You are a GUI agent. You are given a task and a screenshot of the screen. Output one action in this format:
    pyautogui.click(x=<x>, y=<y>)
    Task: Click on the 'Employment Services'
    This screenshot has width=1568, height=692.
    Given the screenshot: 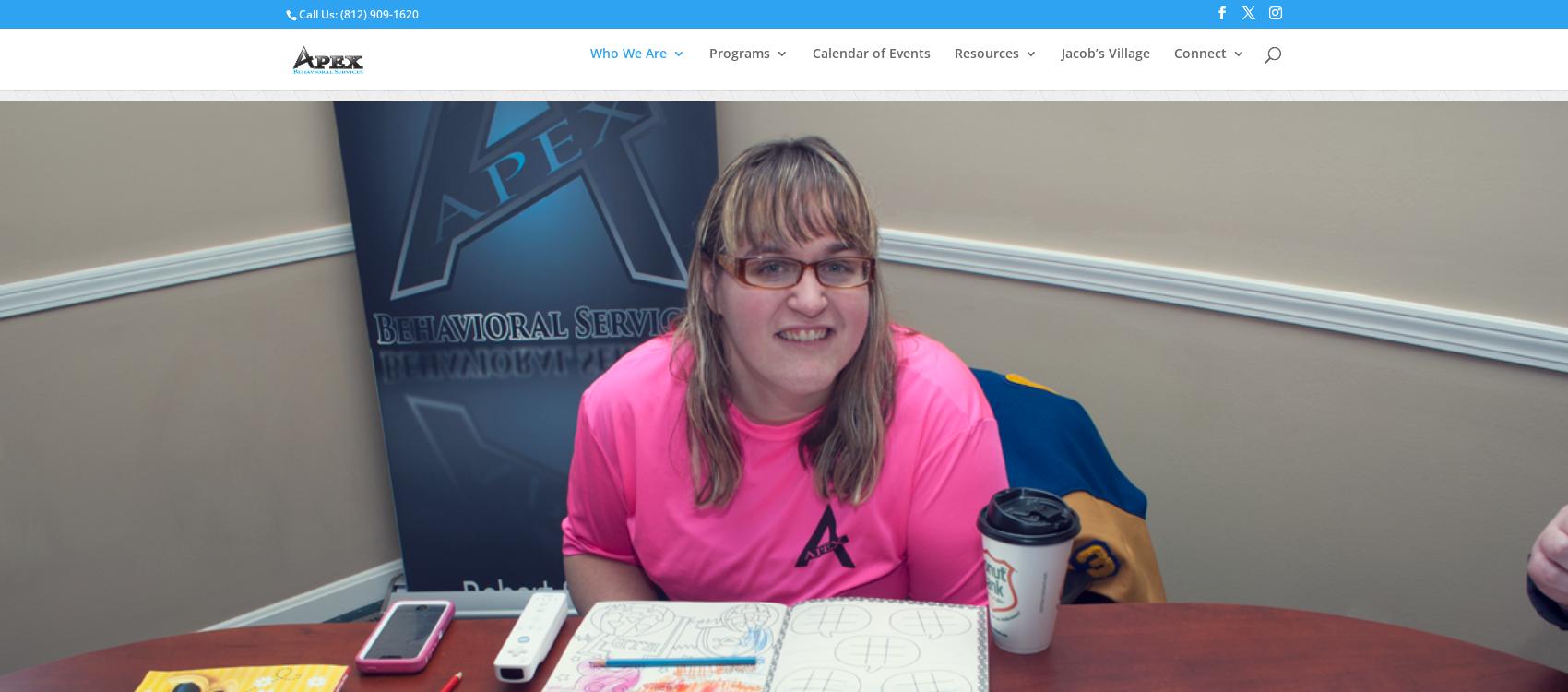 What is the action you would take?
    pyautogui.click(x=832, y=177)
    